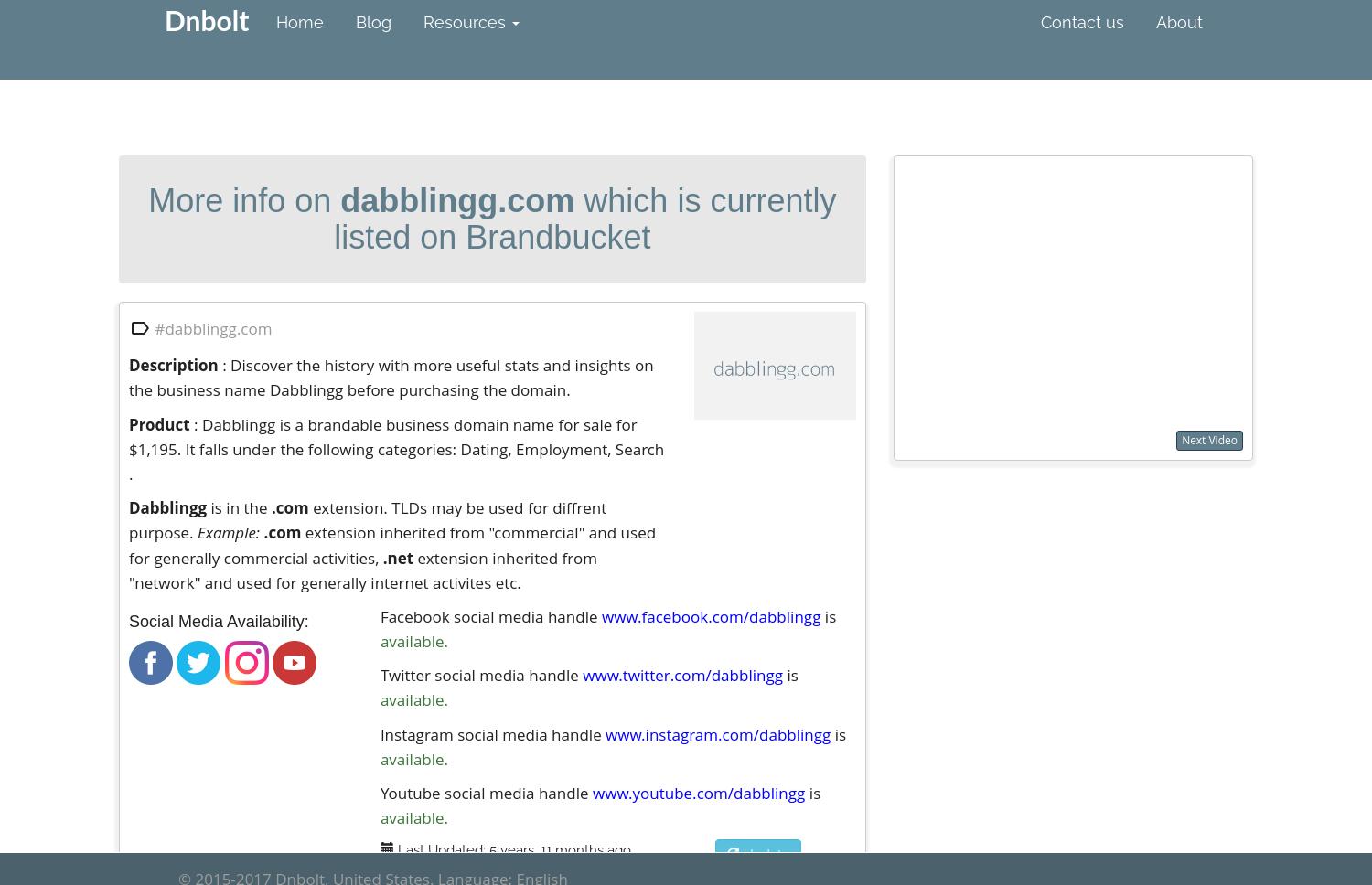  What do you see at coordinates (492, 732) in the screenshot?
I see `'Instagram social media handle'` at bounding box center [492, 732].